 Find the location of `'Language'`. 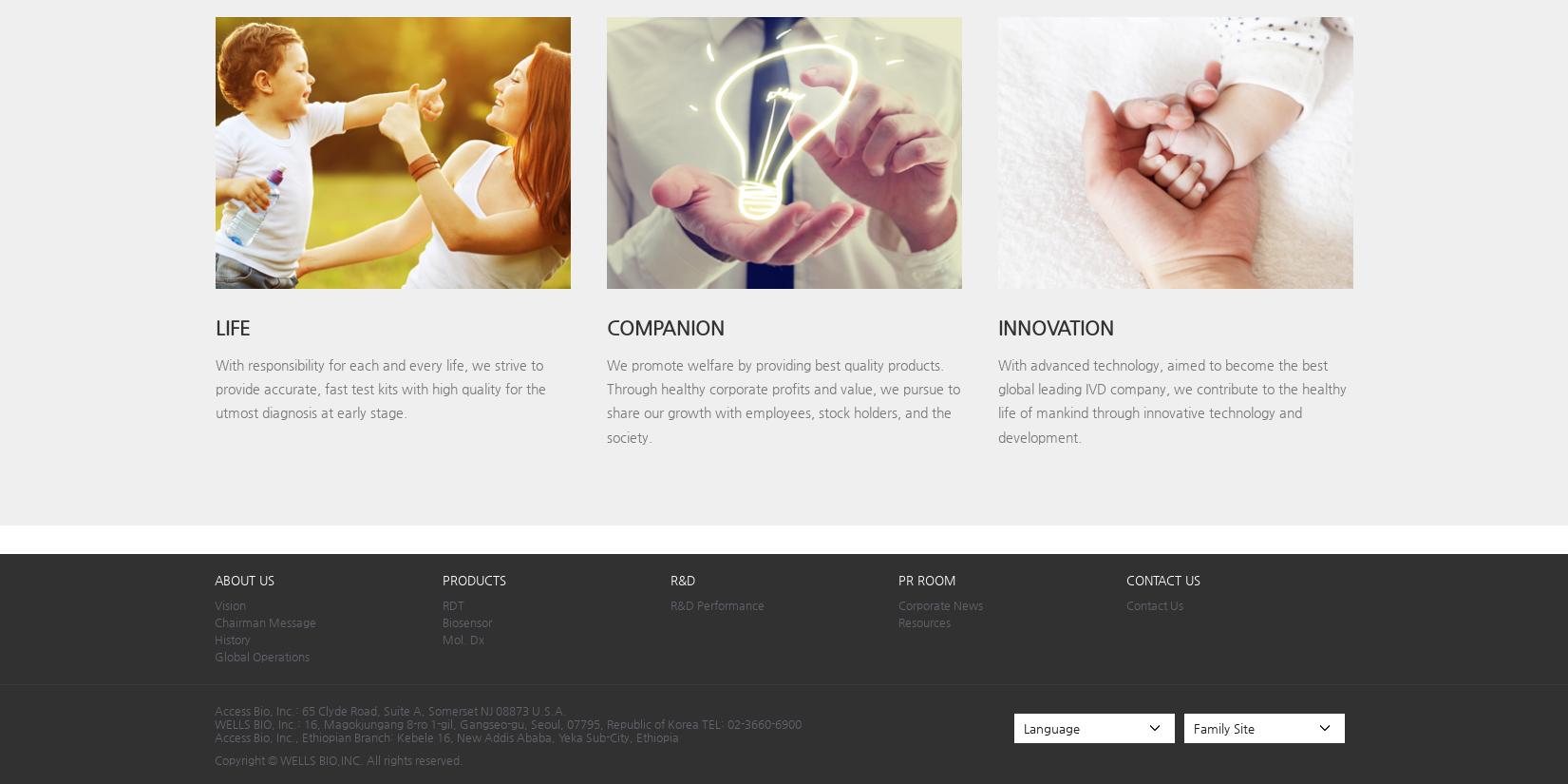

'Language' is located at coordinates (1049, 726).